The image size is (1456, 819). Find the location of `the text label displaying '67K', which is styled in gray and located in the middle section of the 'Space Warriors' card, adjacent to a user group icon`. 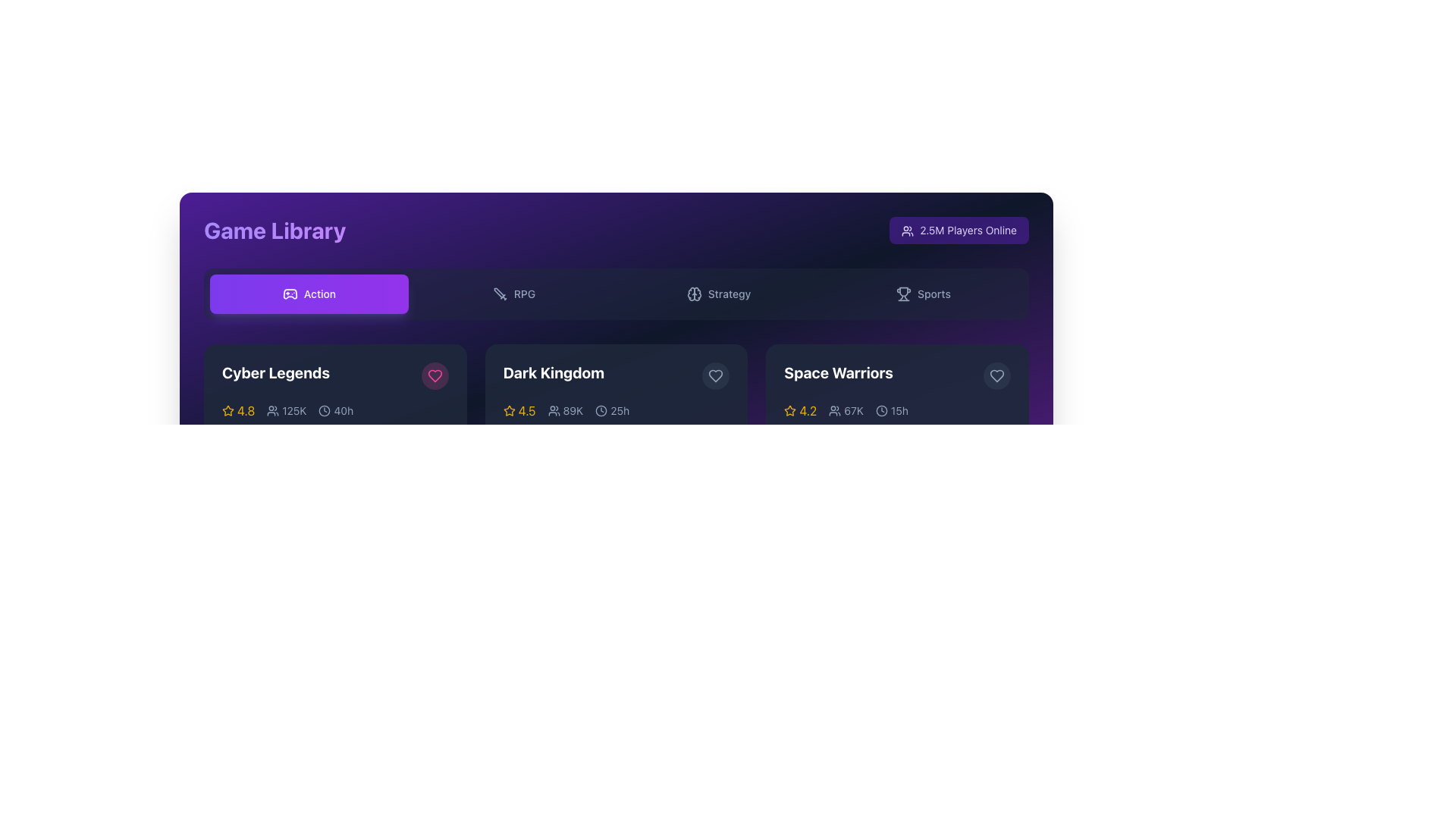

the text label displaying '67K', which is styled in gray and located in the middle section of the 'Space Warriors' card, adjacent to a user group icon is located at coordinates (854, 411).